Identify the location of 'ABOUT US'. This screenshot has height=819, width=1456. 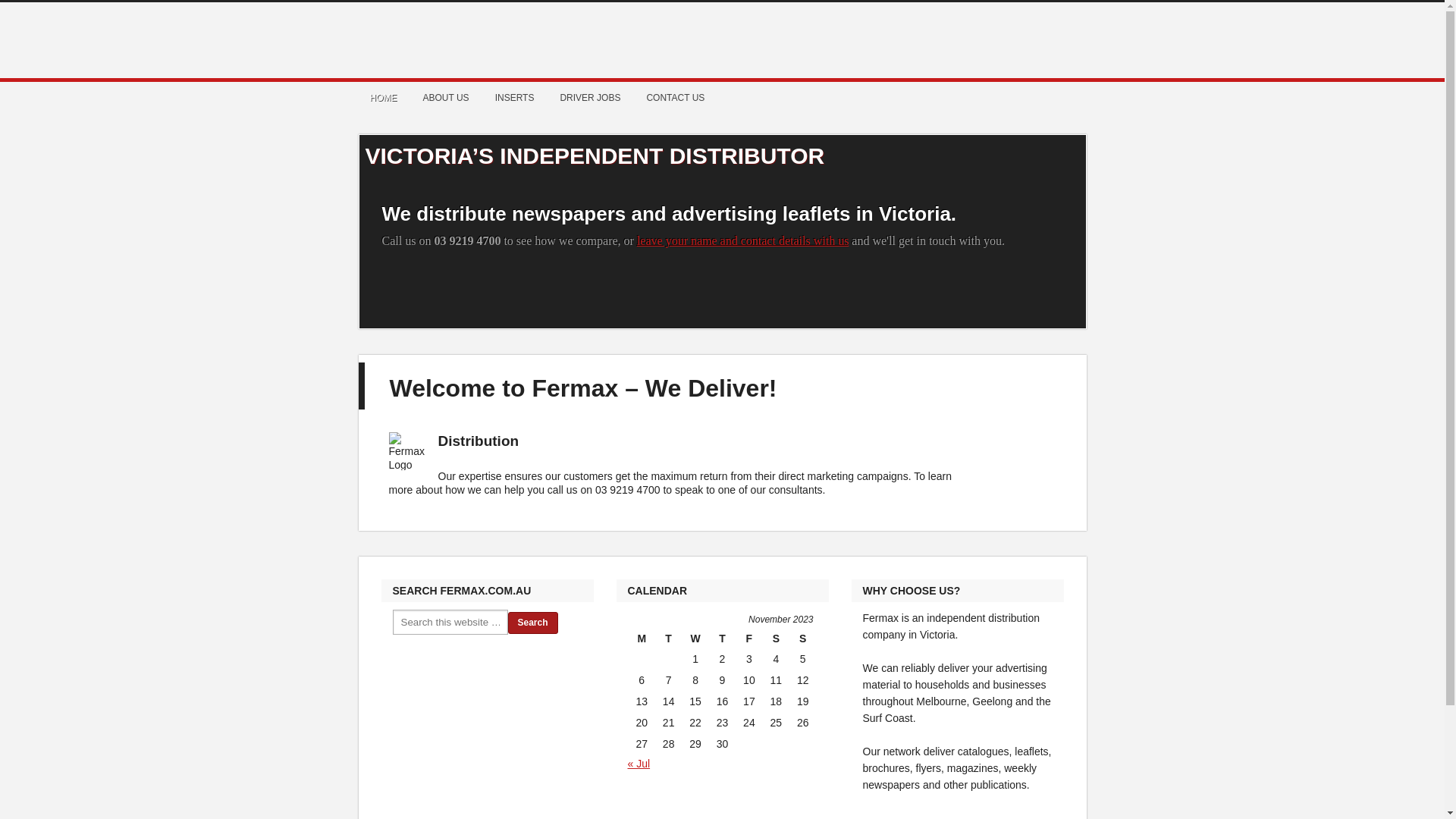
(411, 97).